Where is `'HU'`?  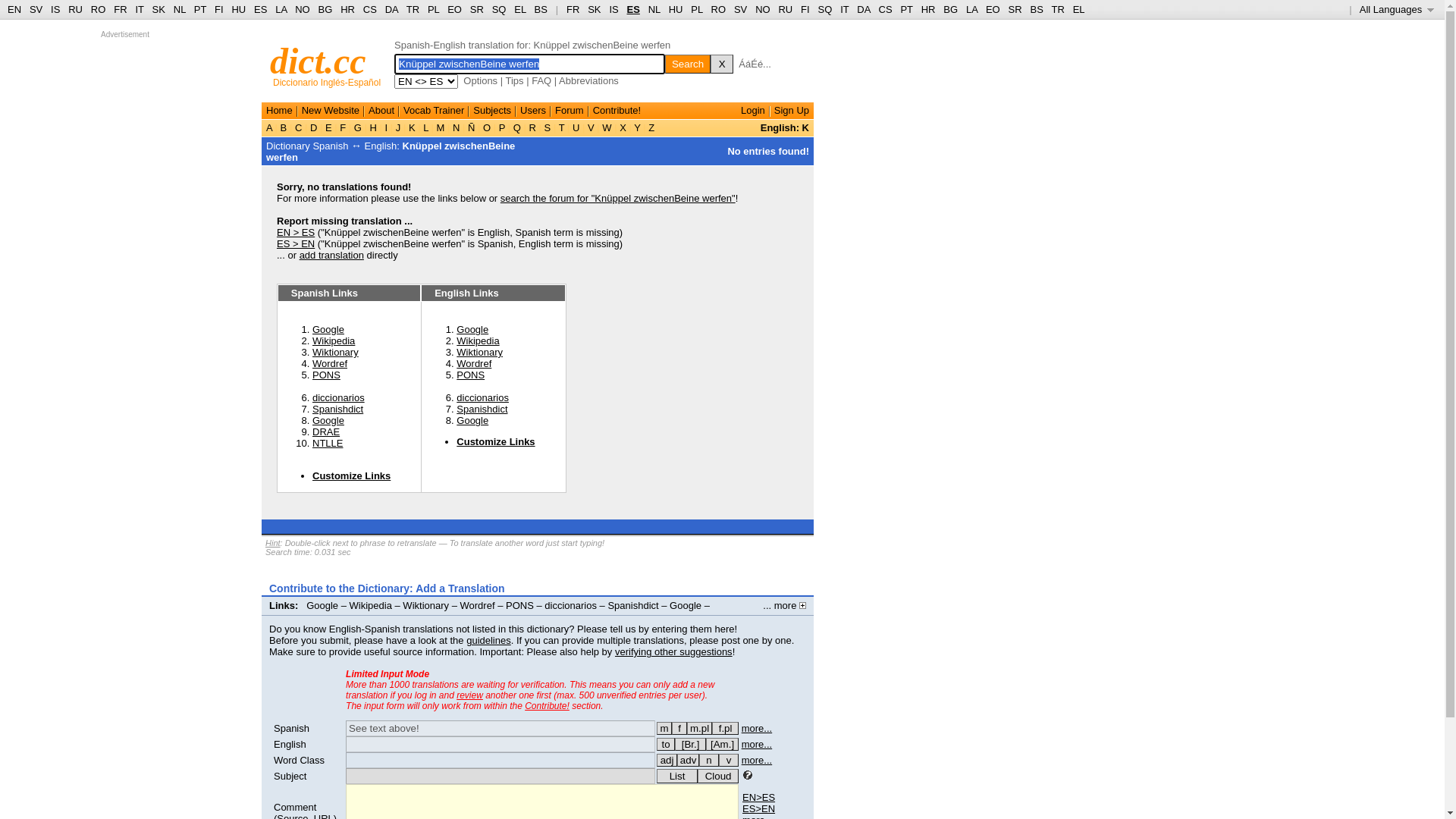 'HU' is located at coordinates (668, 9).